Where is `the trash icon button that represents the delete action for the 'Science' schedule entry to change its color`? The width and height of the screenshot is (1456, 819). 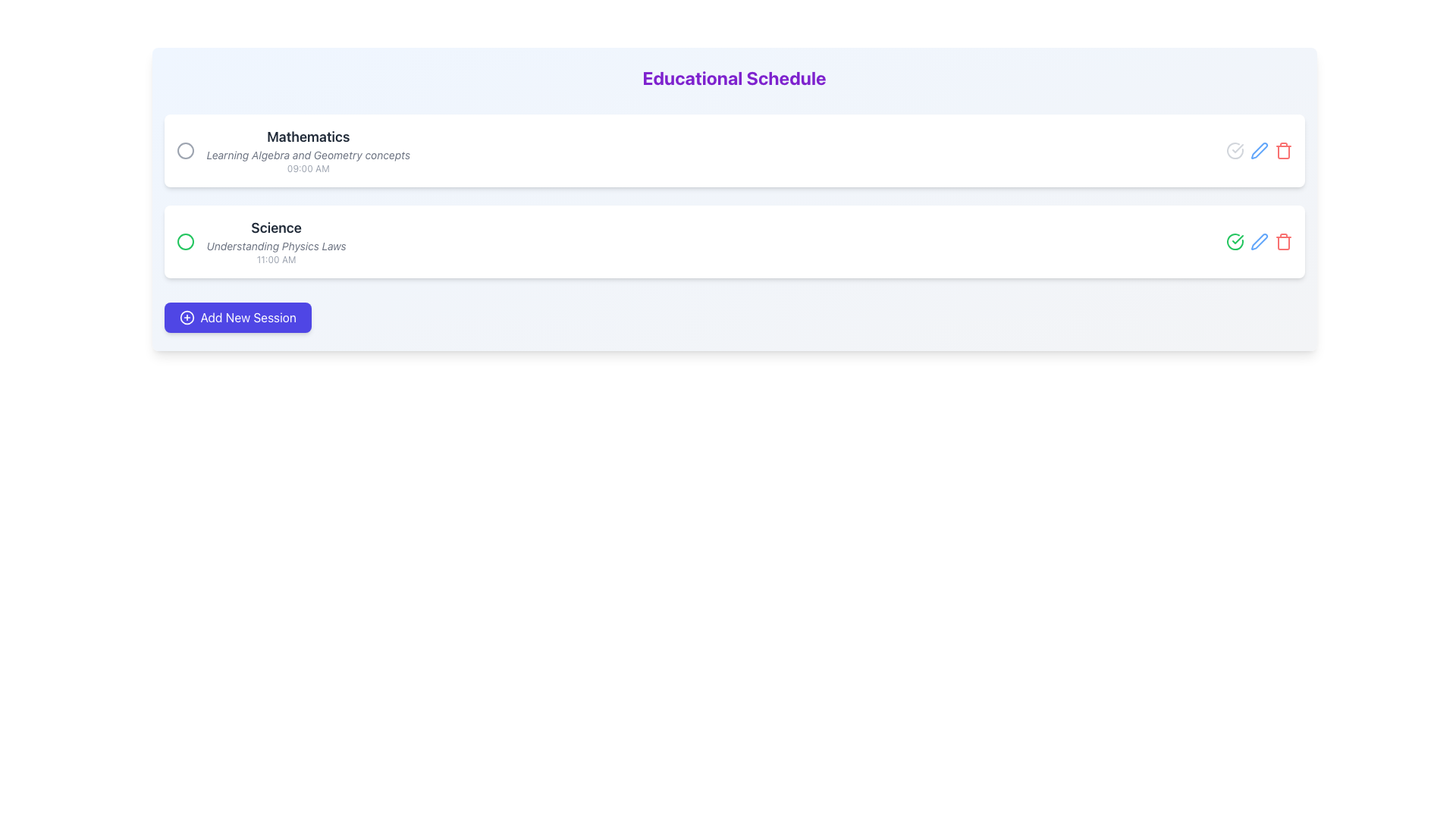
the trash icon button that represents the delete action for the 'Science' schedule entry to change its color is located at coordinates (1282, 241).